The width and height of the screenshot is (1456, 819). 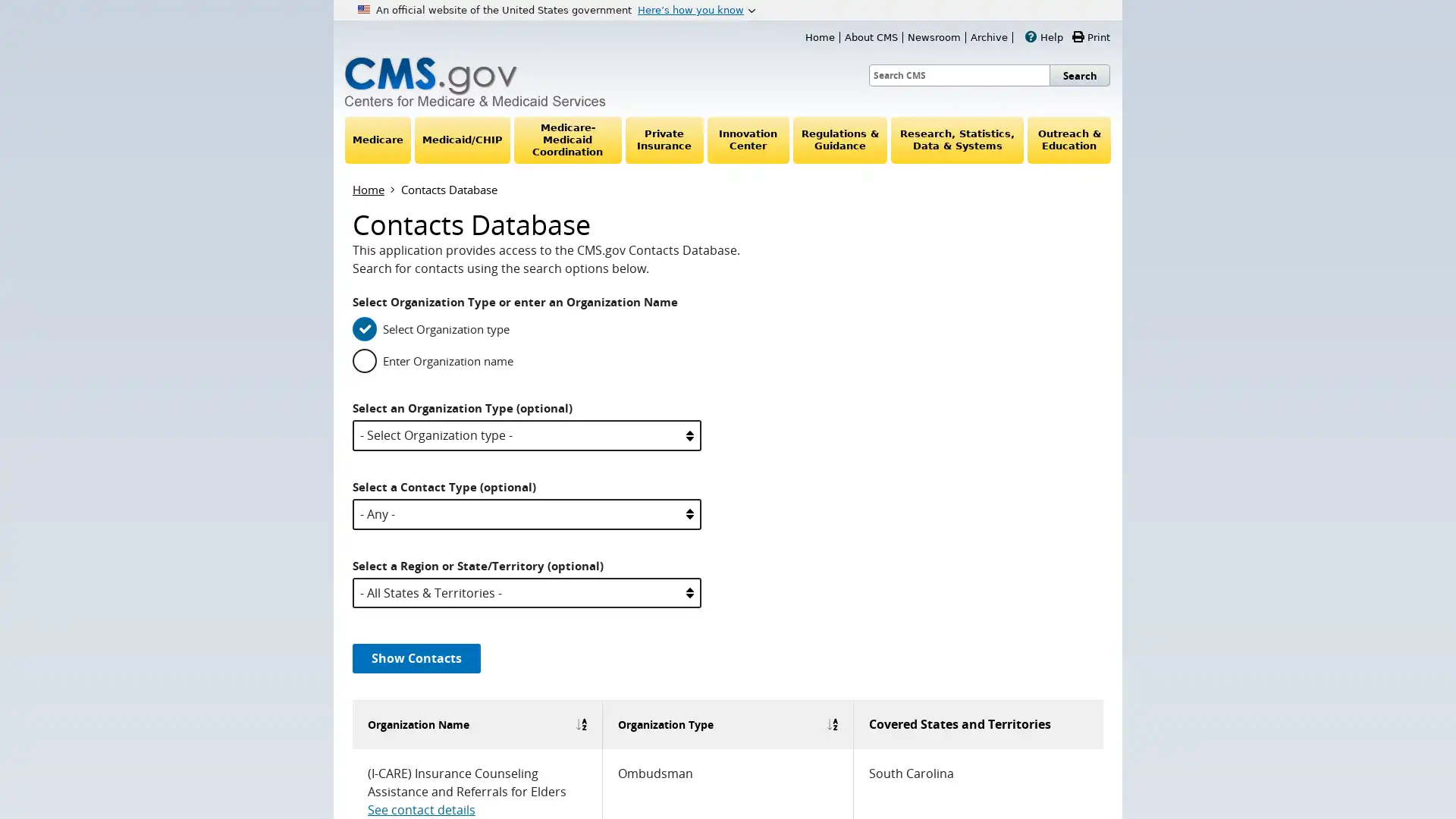 I want to click on Heres how you know, so click(x=695, y=9).